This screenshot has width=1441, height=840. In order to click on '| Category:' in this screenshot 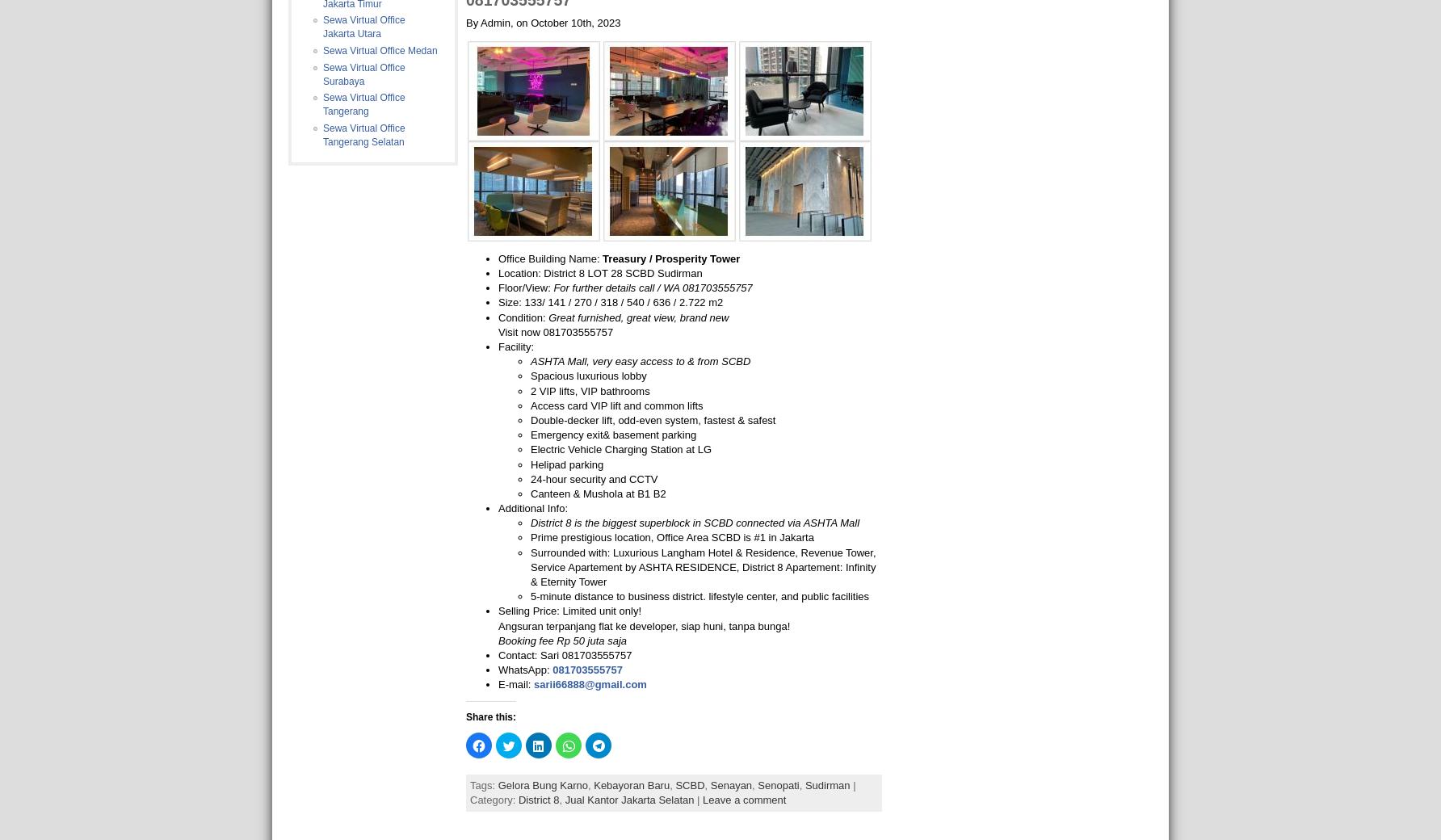, I will do `click(662, 792)`.